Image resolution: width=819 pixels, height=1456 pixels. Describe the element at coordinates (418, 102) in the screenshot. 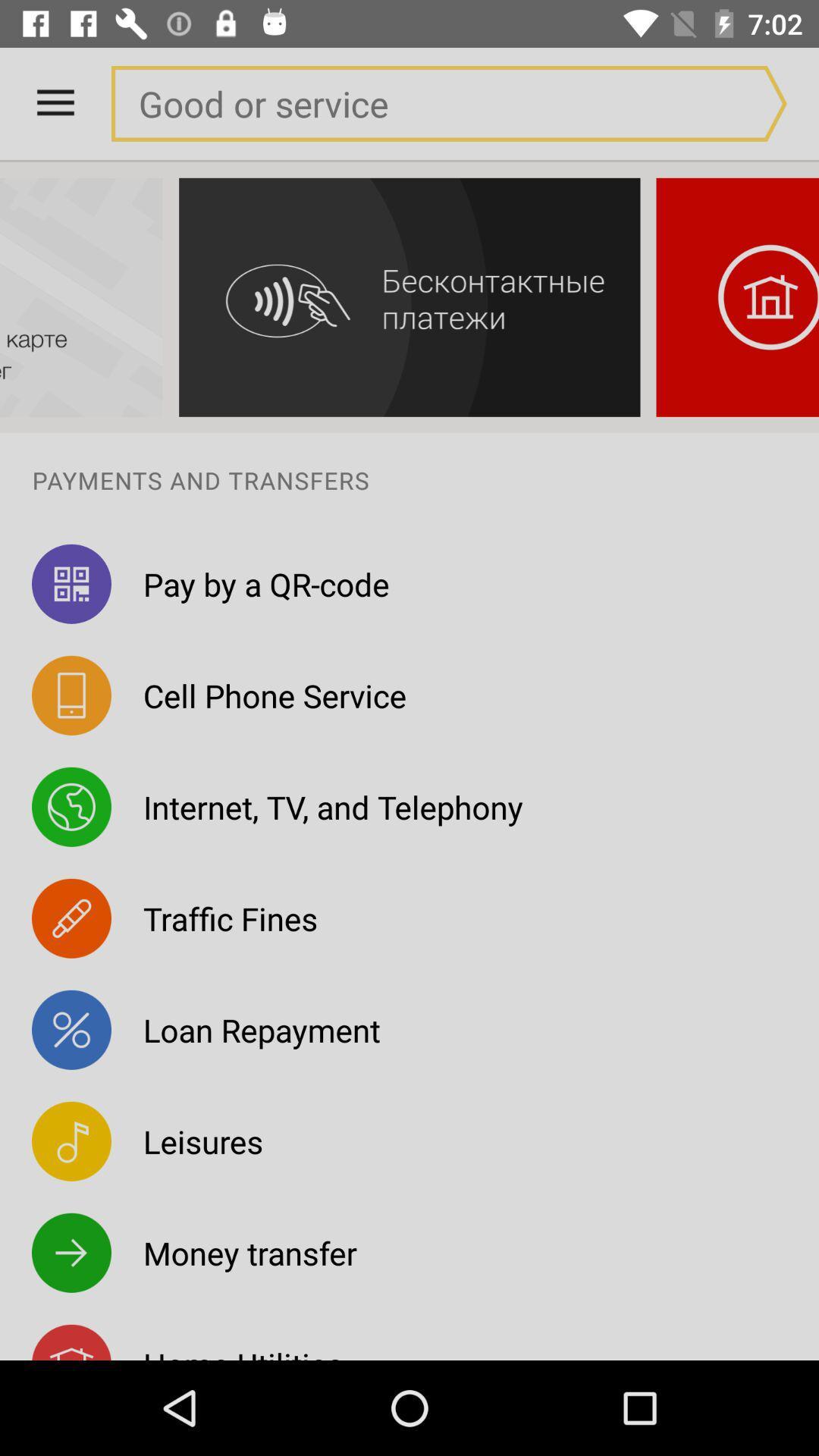

I see `search string` at that location.